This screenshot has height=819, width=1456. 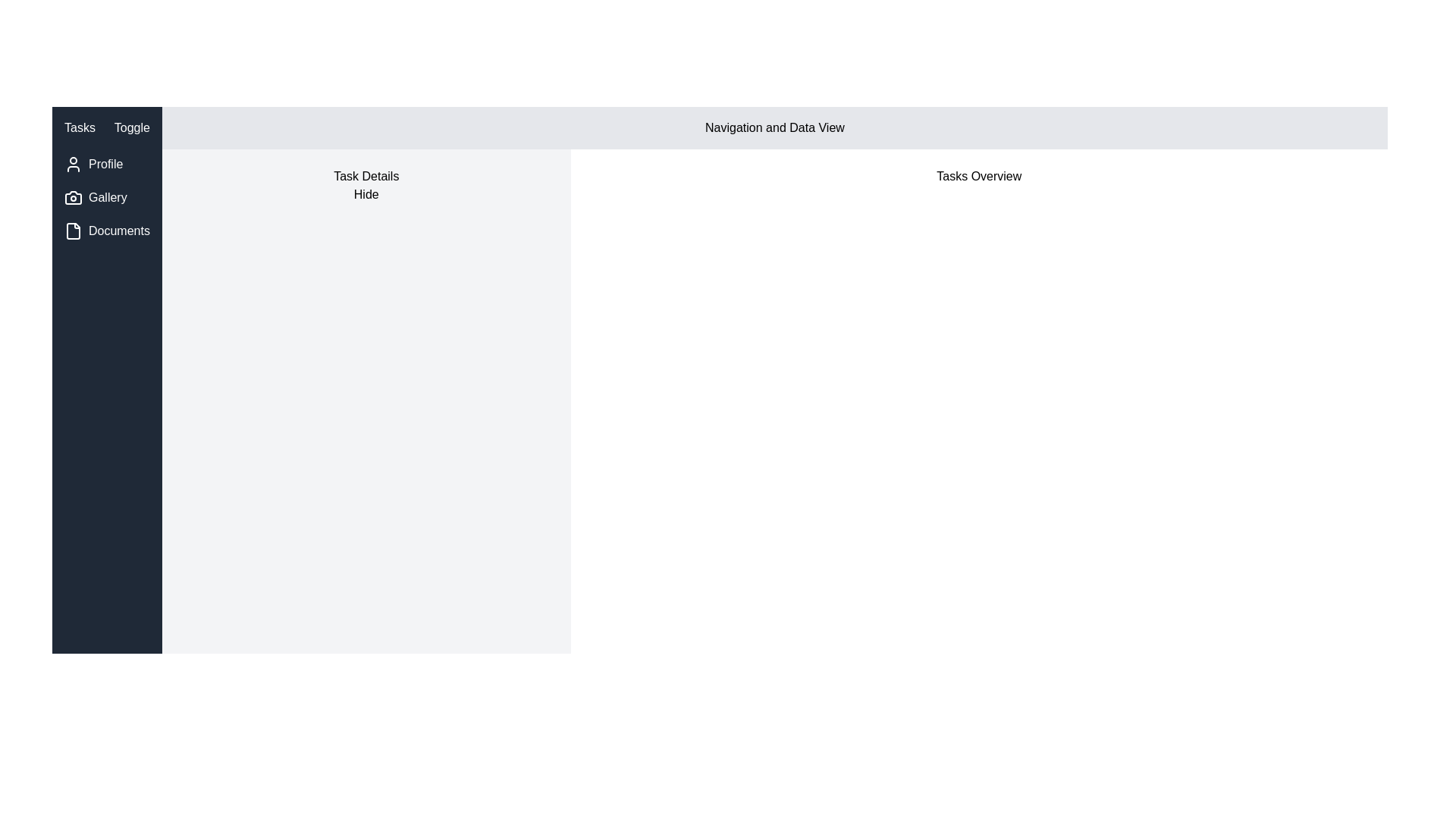 I want to click on the stylized paper icon located in the vertical navigation panel, fourth from the top, adjacent to the 'Documents' label, so click(x=72, y=231).